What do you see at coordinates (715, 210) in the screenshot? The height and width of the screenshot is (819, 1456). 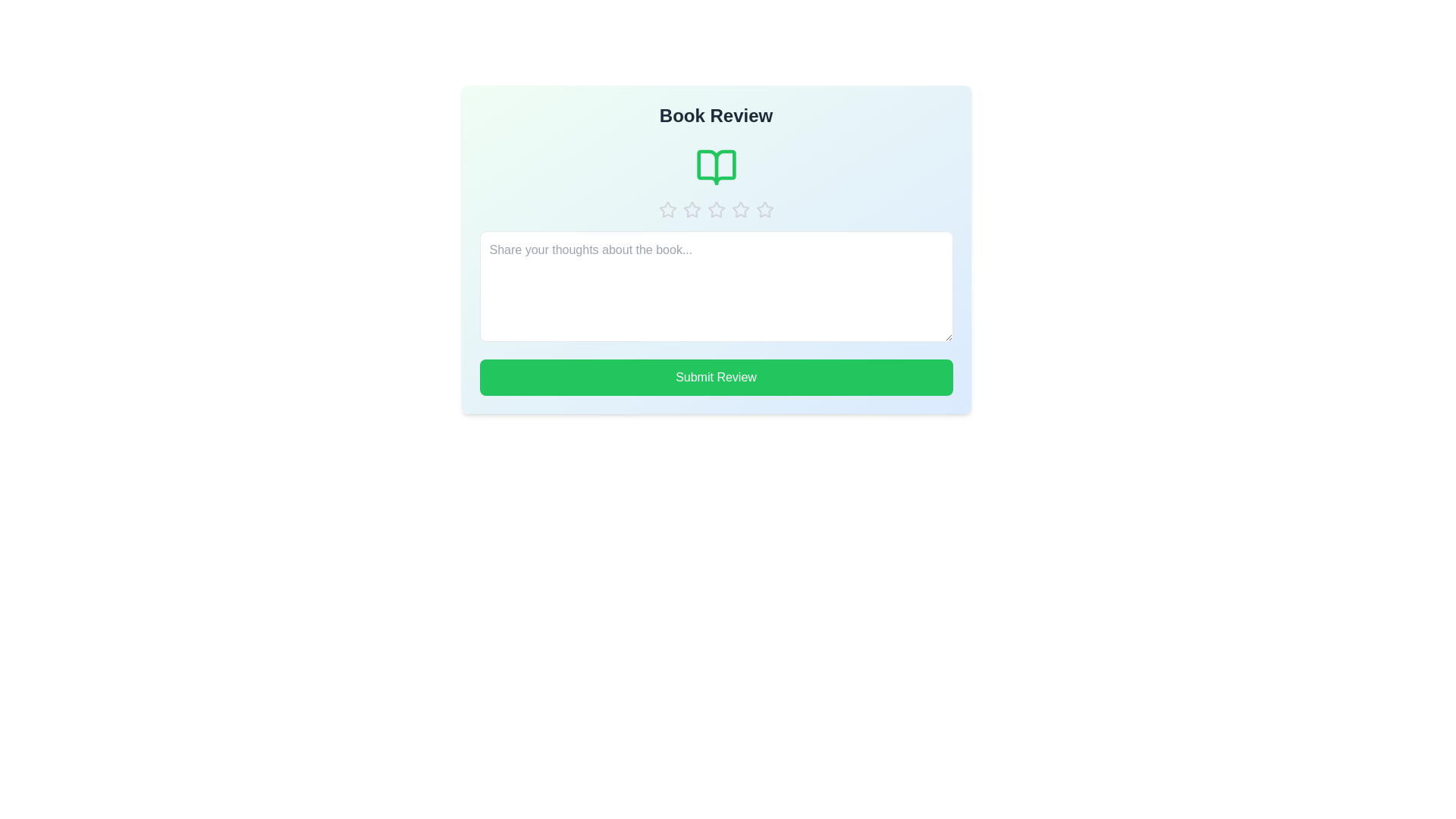 I see `the star corresponding to 3 to preview the rating` at bounding box center [715, 210].